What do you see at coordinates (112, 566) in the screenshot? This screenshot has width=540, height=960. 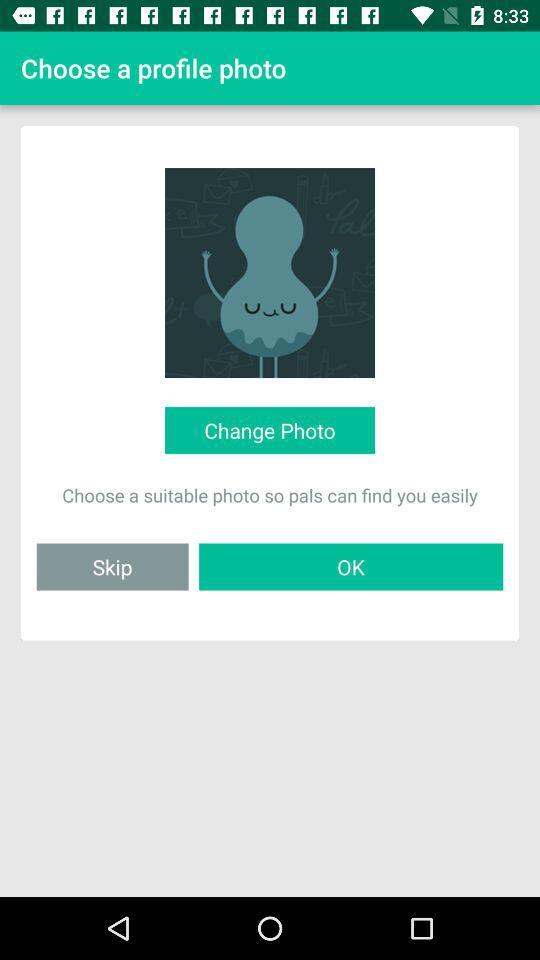 I see `item below the choose a suitable` at bounding box center [112, 566].